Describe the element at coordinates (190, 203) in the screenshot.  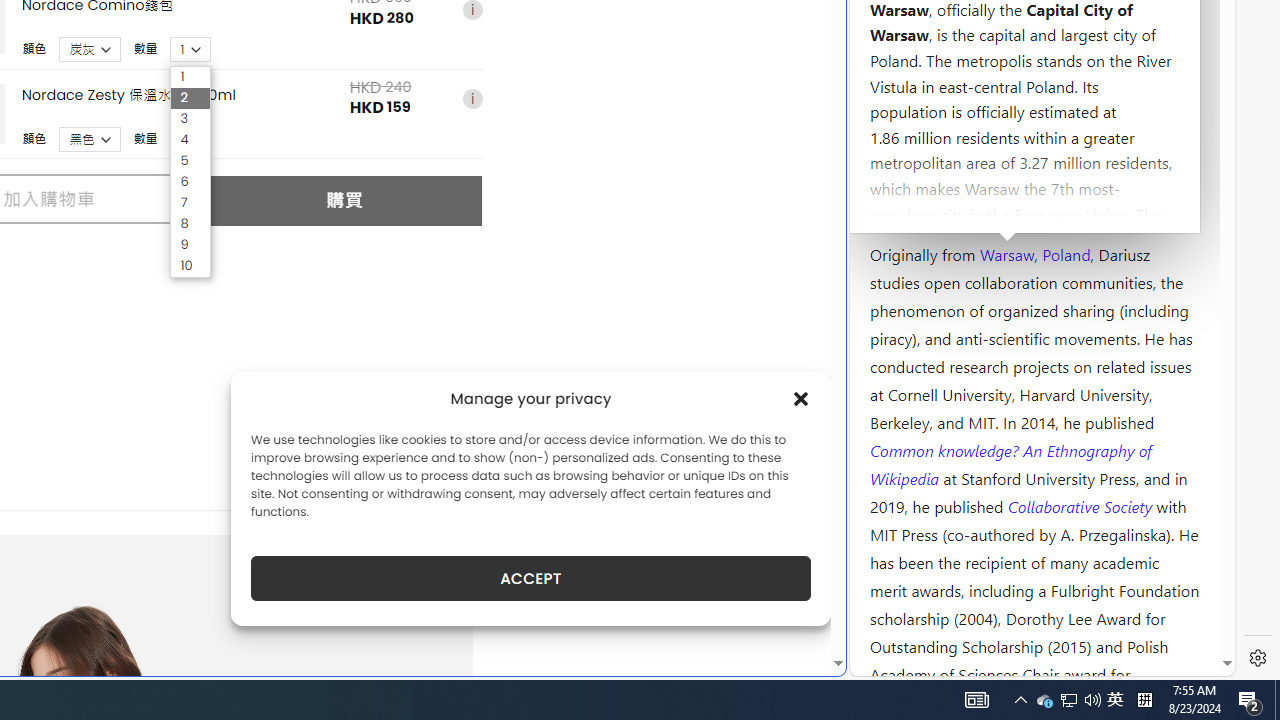
I see `'7'` at that location.